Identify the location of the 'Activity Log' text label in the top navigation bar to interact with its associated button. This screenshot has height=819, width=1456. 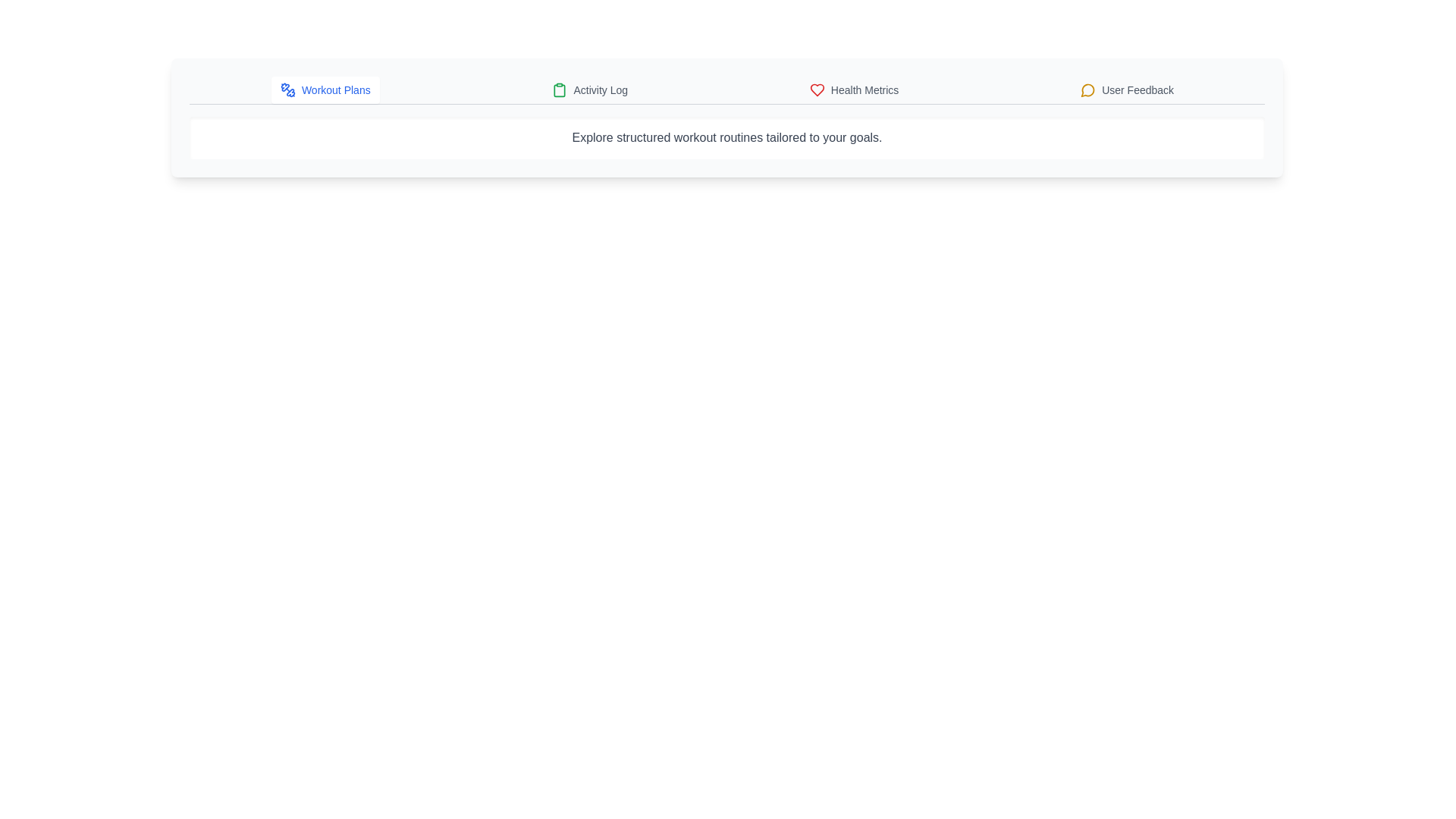
(600, 90).